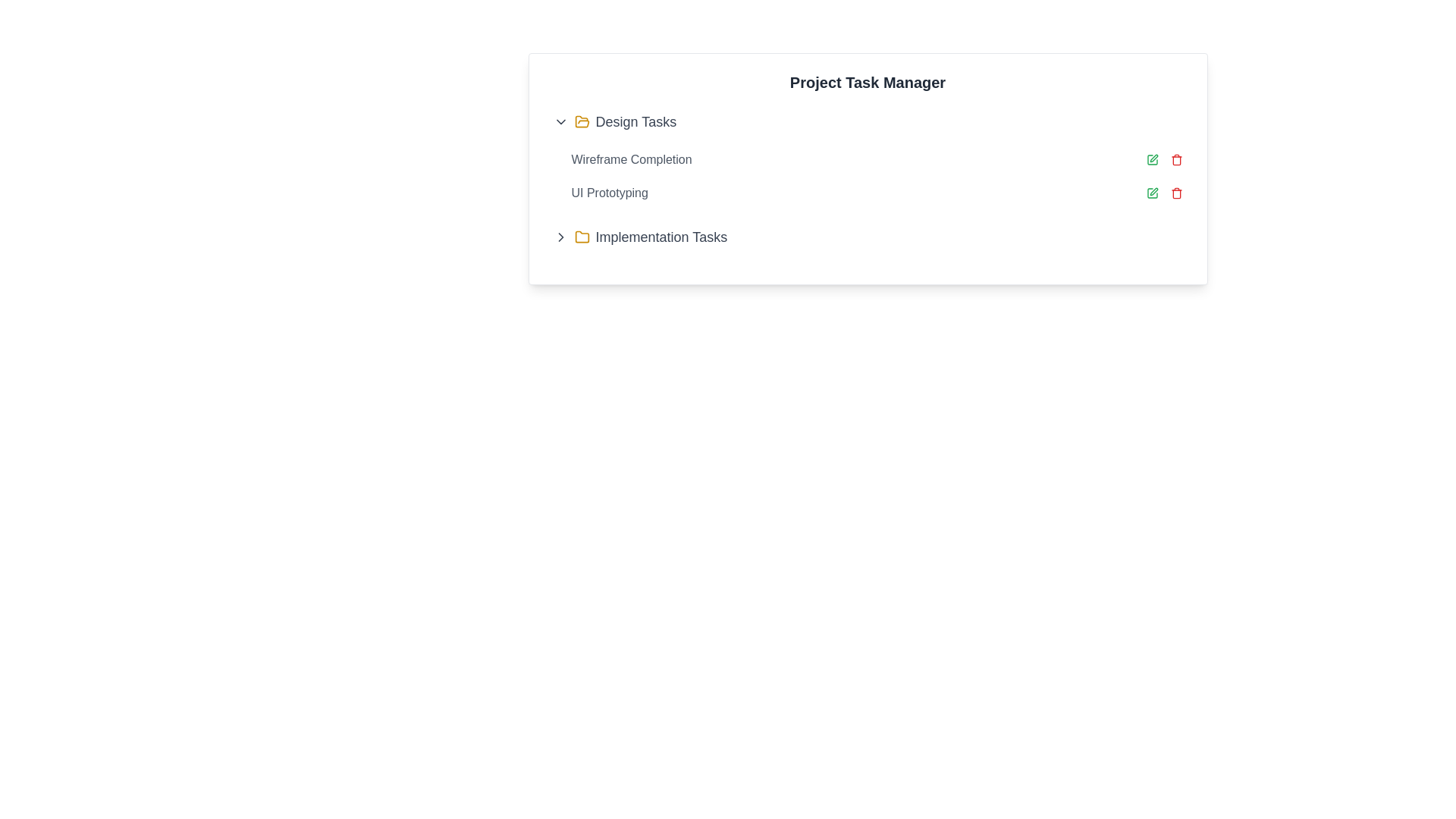 The width and height of the screenshot is (1456, 819). I want to click on the red trash can icon located to the right of the 'UI Prototyping' label, which is the second button after the green edit icon, so click(1175, 192).